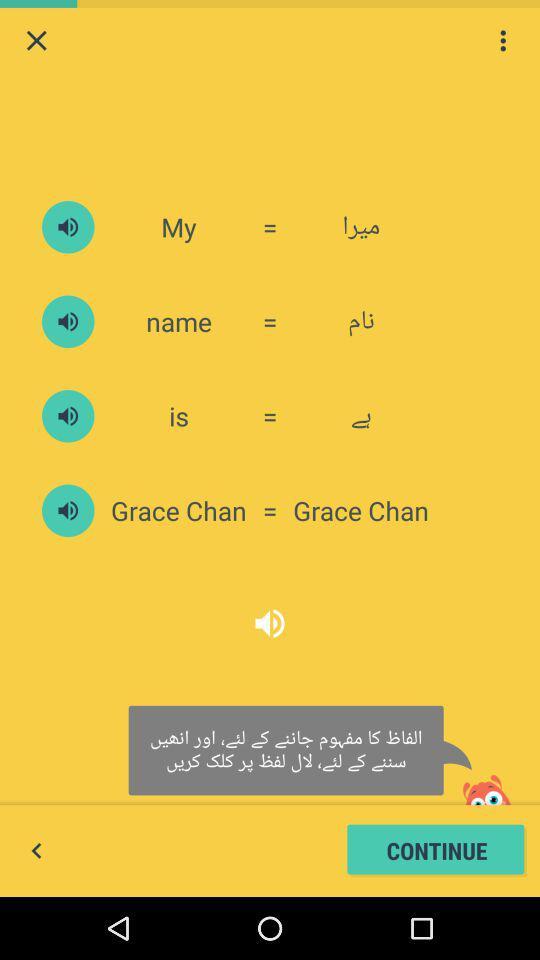 The image size is (540, 960). I want to click on the volume icon which is left side to the text name, so click(67, 321).